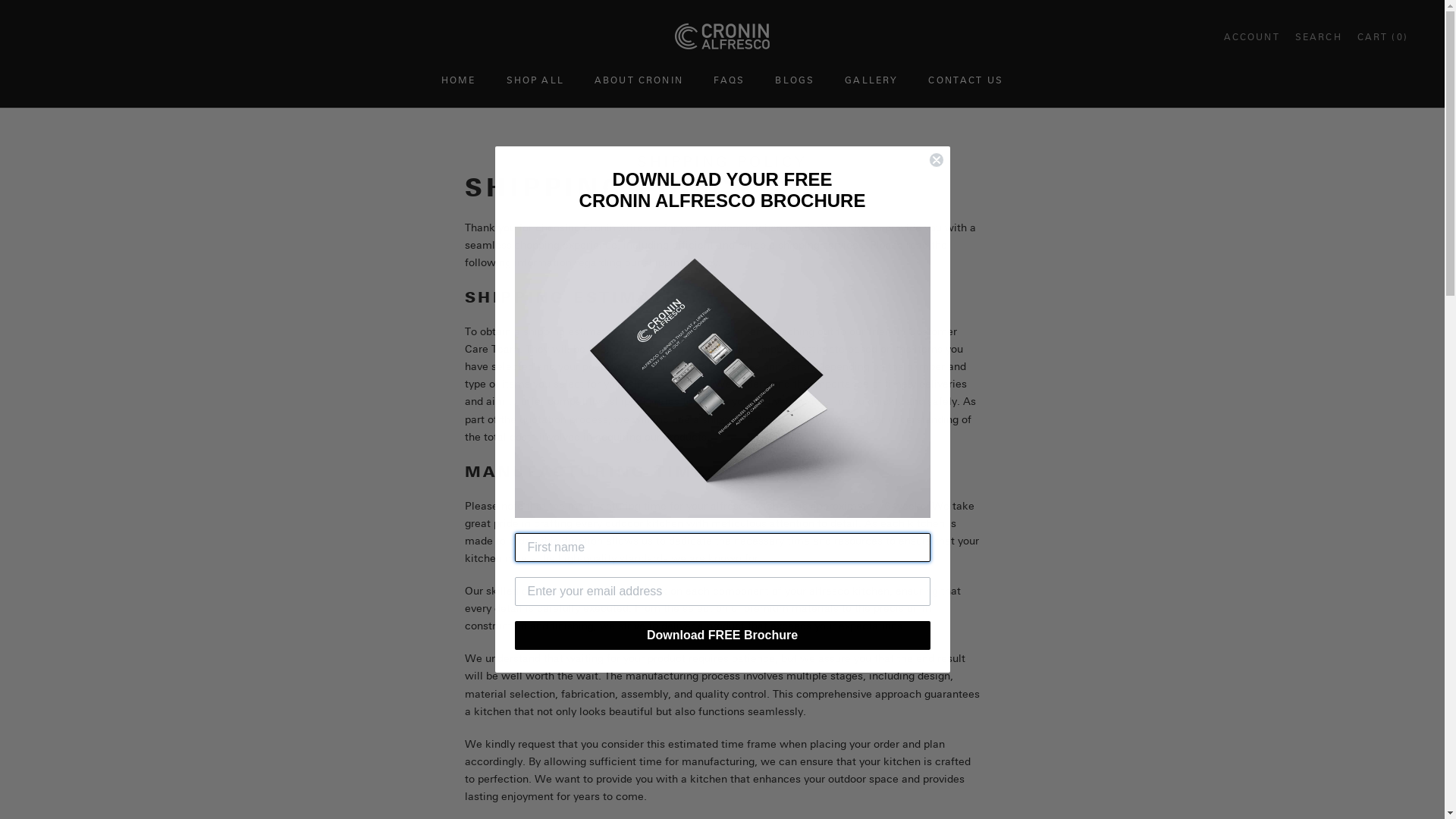 This screenshot has height=819, width=1456. Describe the element at coordinates (720, 36) in the screenshot. I see `'Cronin Alfresco'` at that location.